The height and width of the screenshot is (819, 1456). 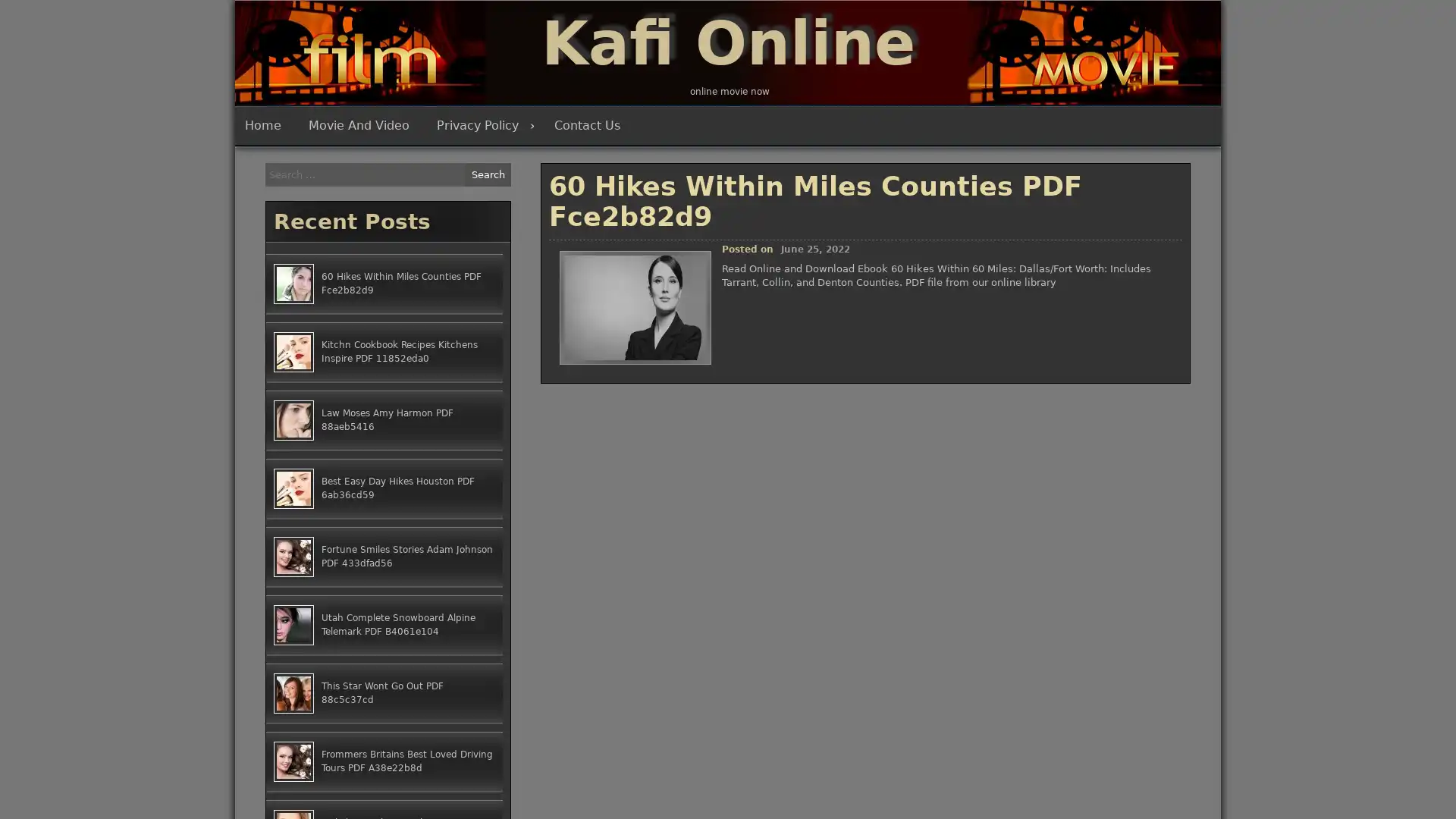 I want to click on Search, so click(x=488, y=174).